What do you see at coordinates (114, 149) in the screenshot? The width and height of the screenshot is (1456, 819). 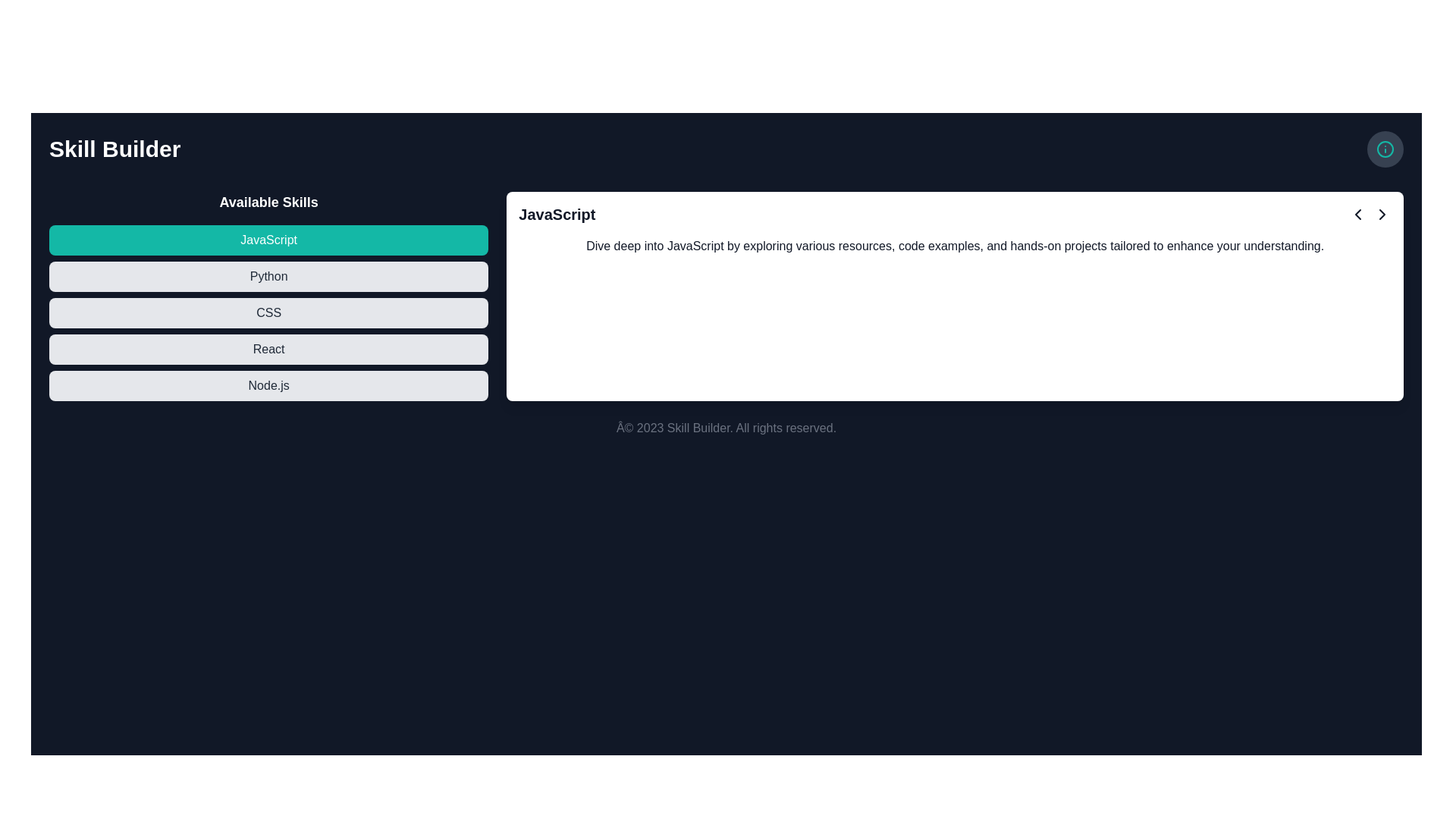 I see `the 'Skill Builder' text label, which is prominently displayed in bold and large font in the top-left corner of the interface` at bounding box center [114, 149].